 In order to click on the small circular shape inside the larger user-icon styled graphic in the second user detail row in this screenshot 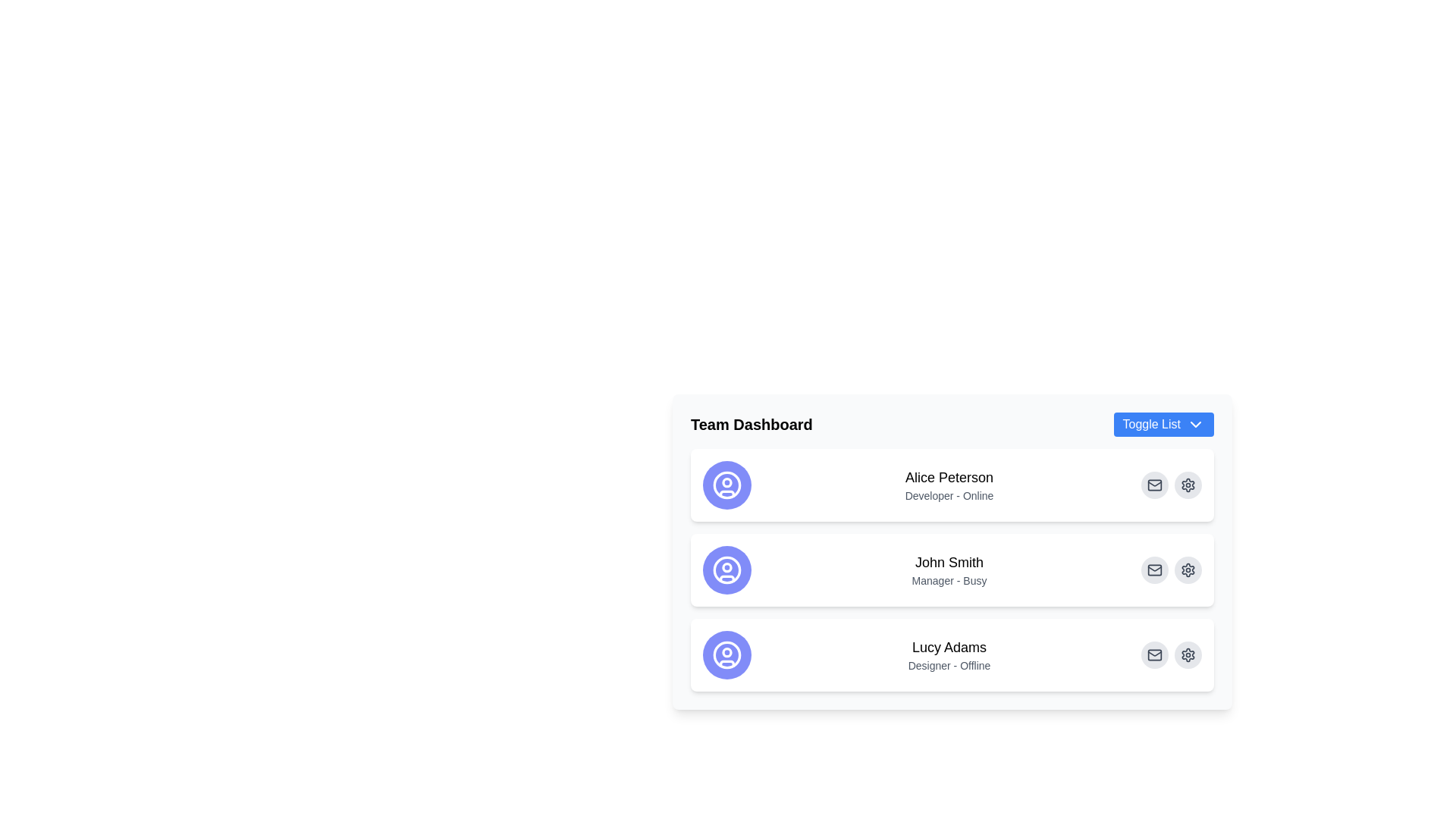, I will do `click(726, 567)`.